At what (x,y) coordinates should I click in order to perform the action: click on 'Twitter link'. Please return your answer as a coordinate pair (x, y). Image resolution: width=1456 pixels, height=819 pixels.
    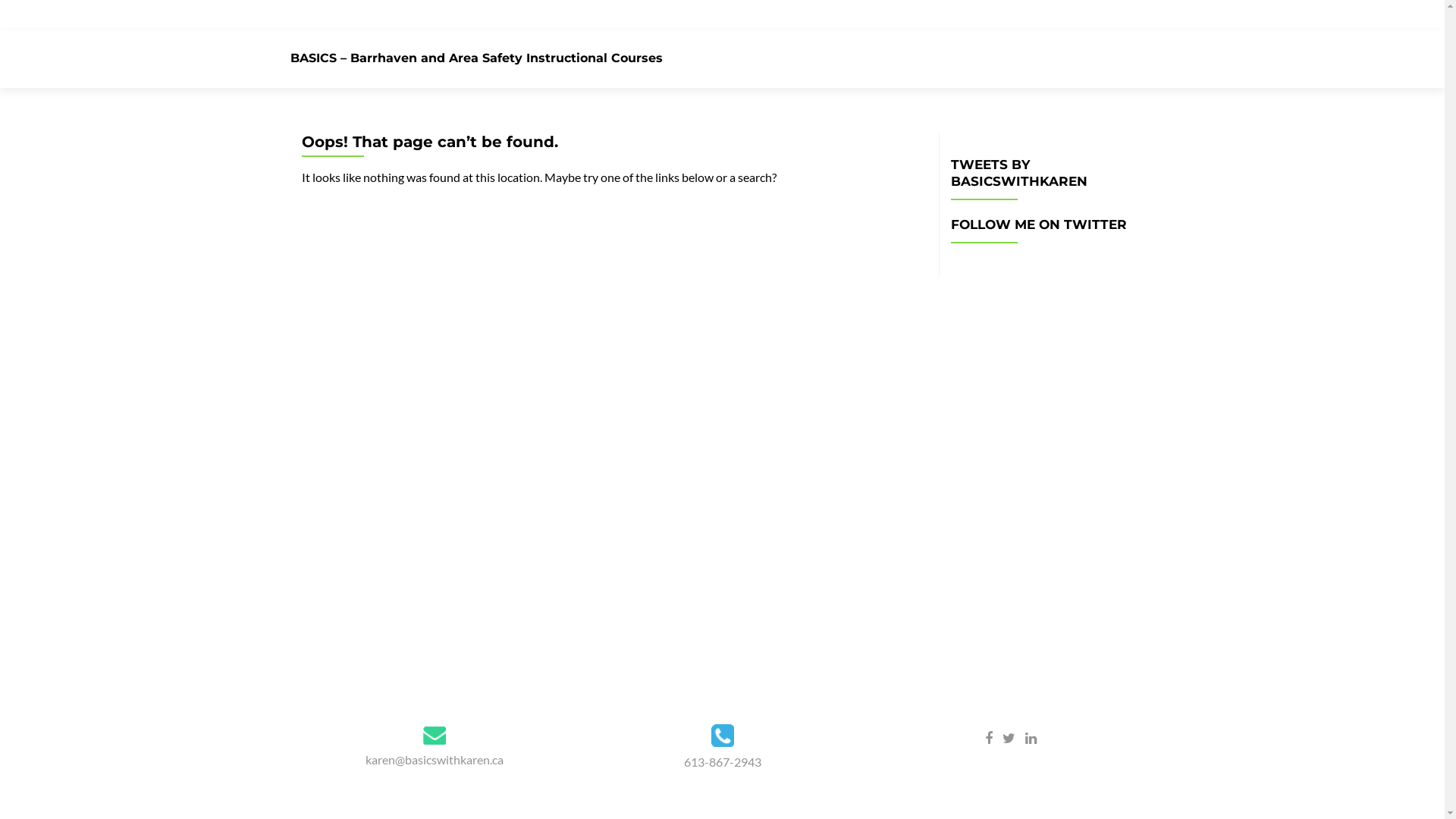
    Looking at the image, I should click on (1002, 736).